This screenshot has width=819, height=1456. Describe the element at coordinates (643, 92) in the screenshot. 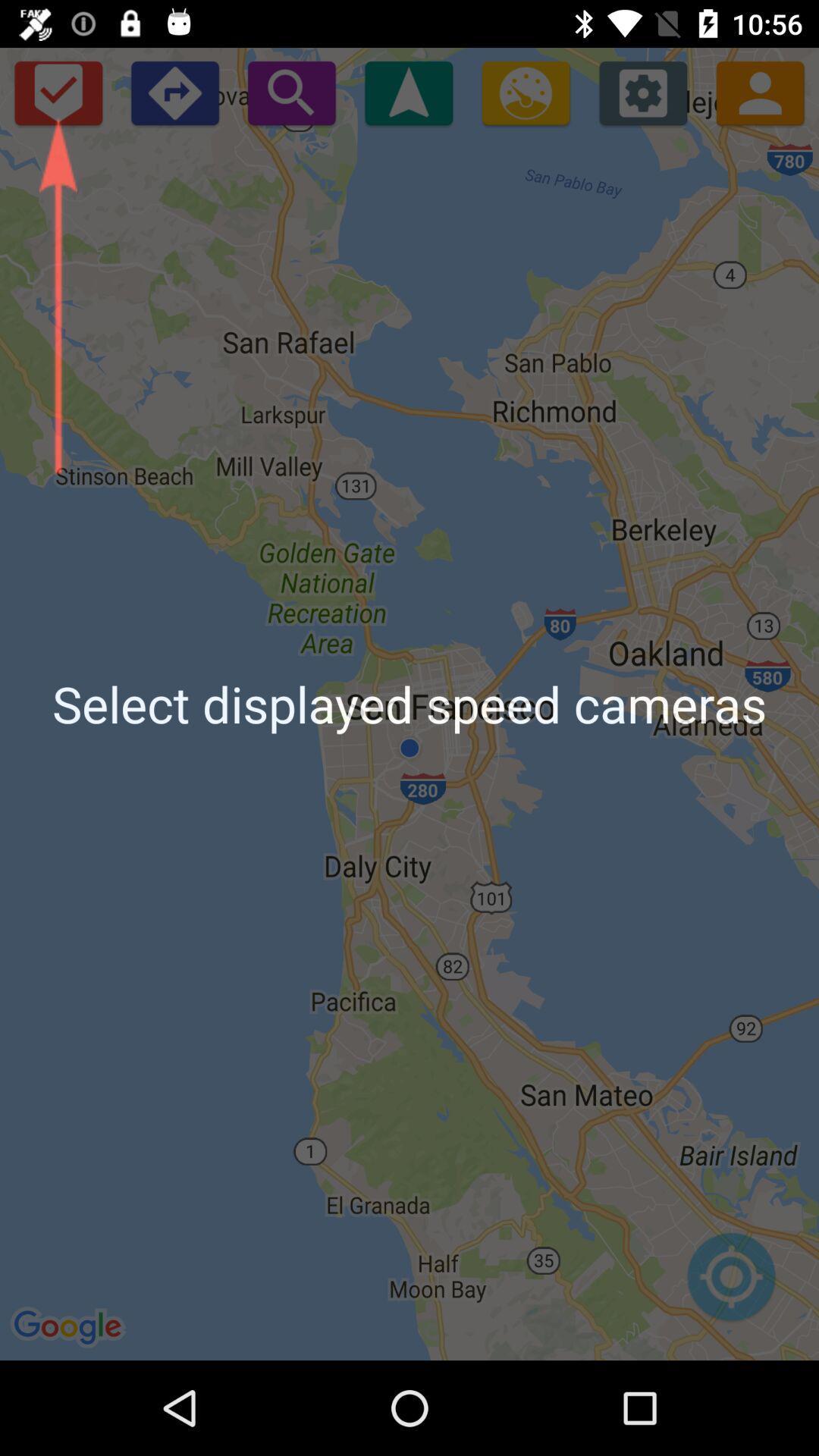

I see `icon above the select displayed speed app` at that location.